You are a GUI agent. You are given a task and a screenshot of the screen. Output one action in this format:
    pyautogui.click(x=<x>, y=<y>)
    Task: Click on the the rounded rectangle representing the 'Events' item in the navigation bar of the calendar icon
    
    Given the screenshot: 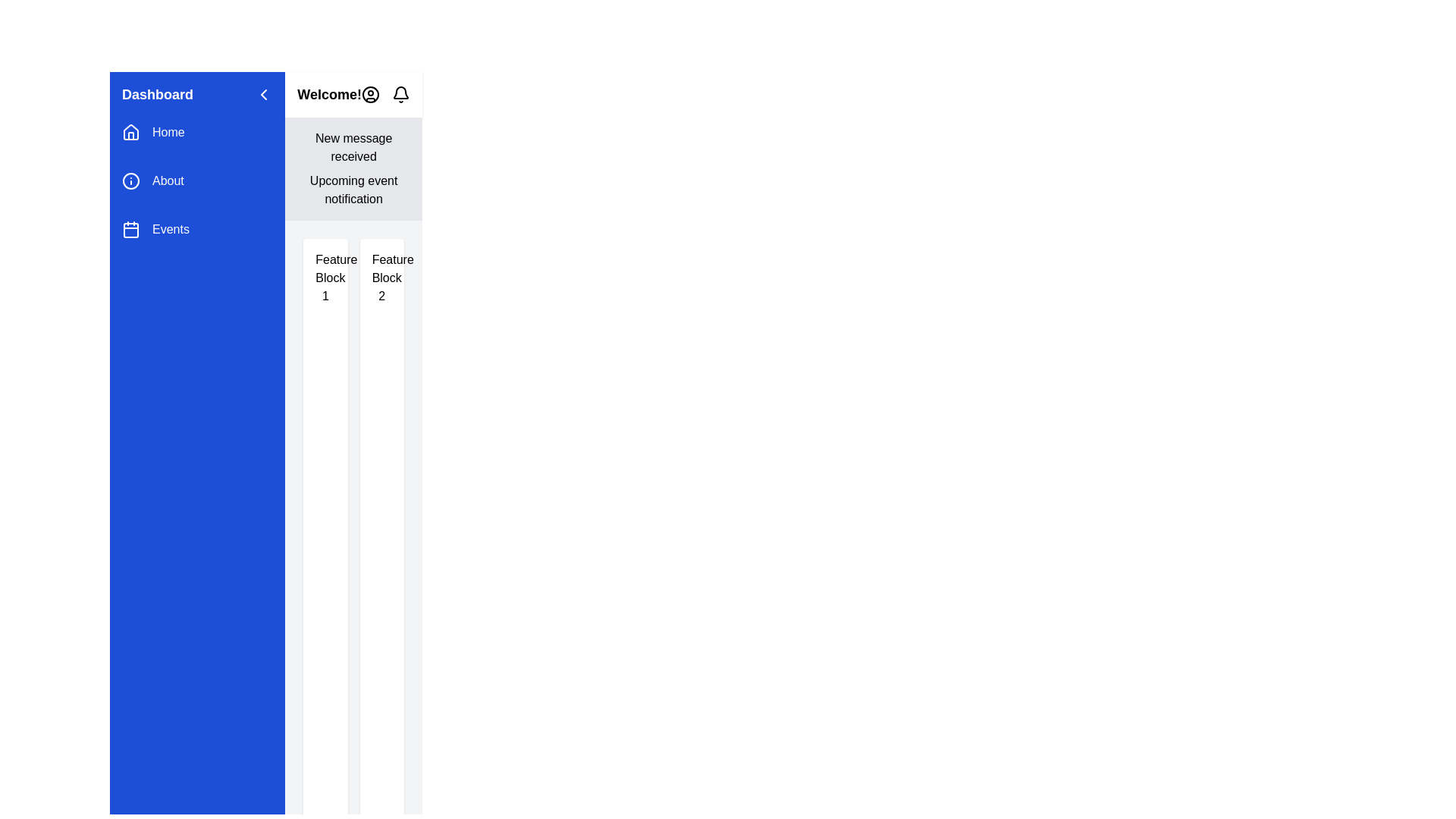 What is the action you would take?
    pyautogui.click(x=130, y=231)
    